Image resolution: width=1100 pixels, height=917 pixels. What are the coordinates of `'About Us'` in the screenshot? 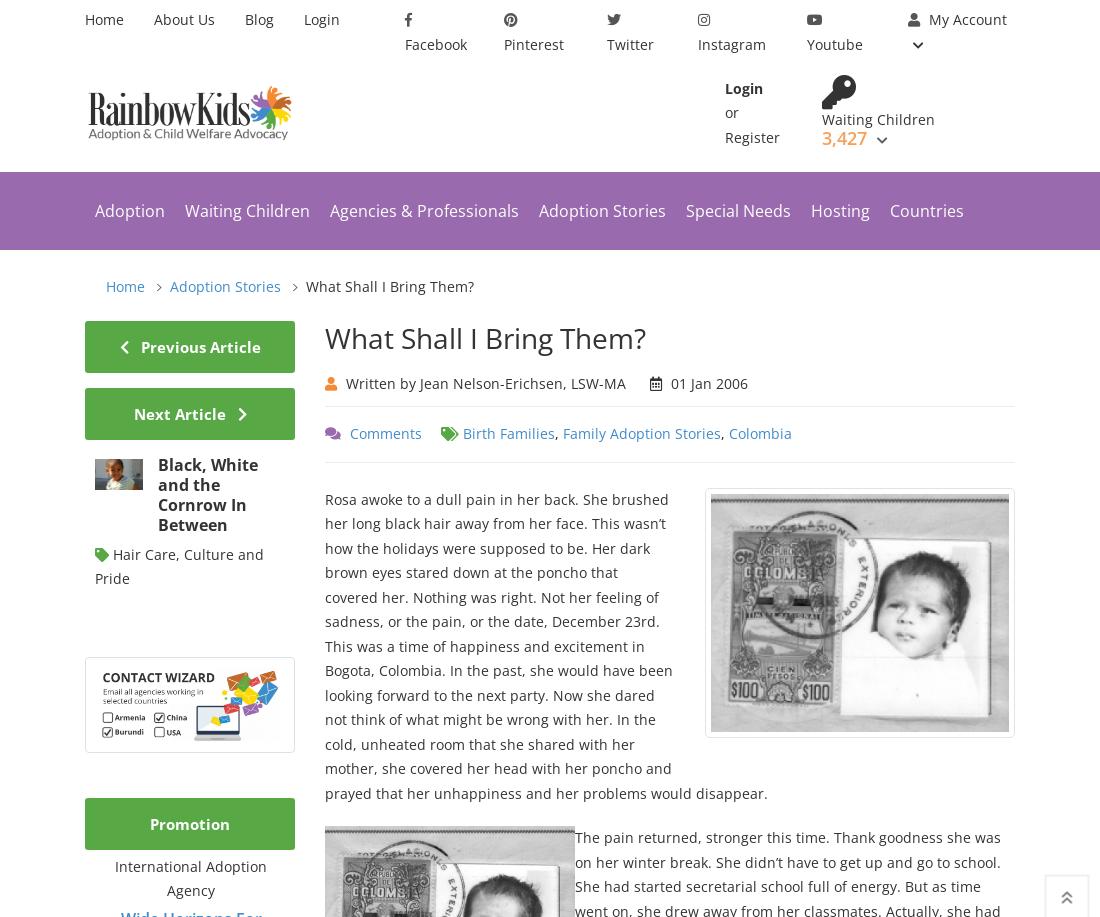 It's located at (183, 19).